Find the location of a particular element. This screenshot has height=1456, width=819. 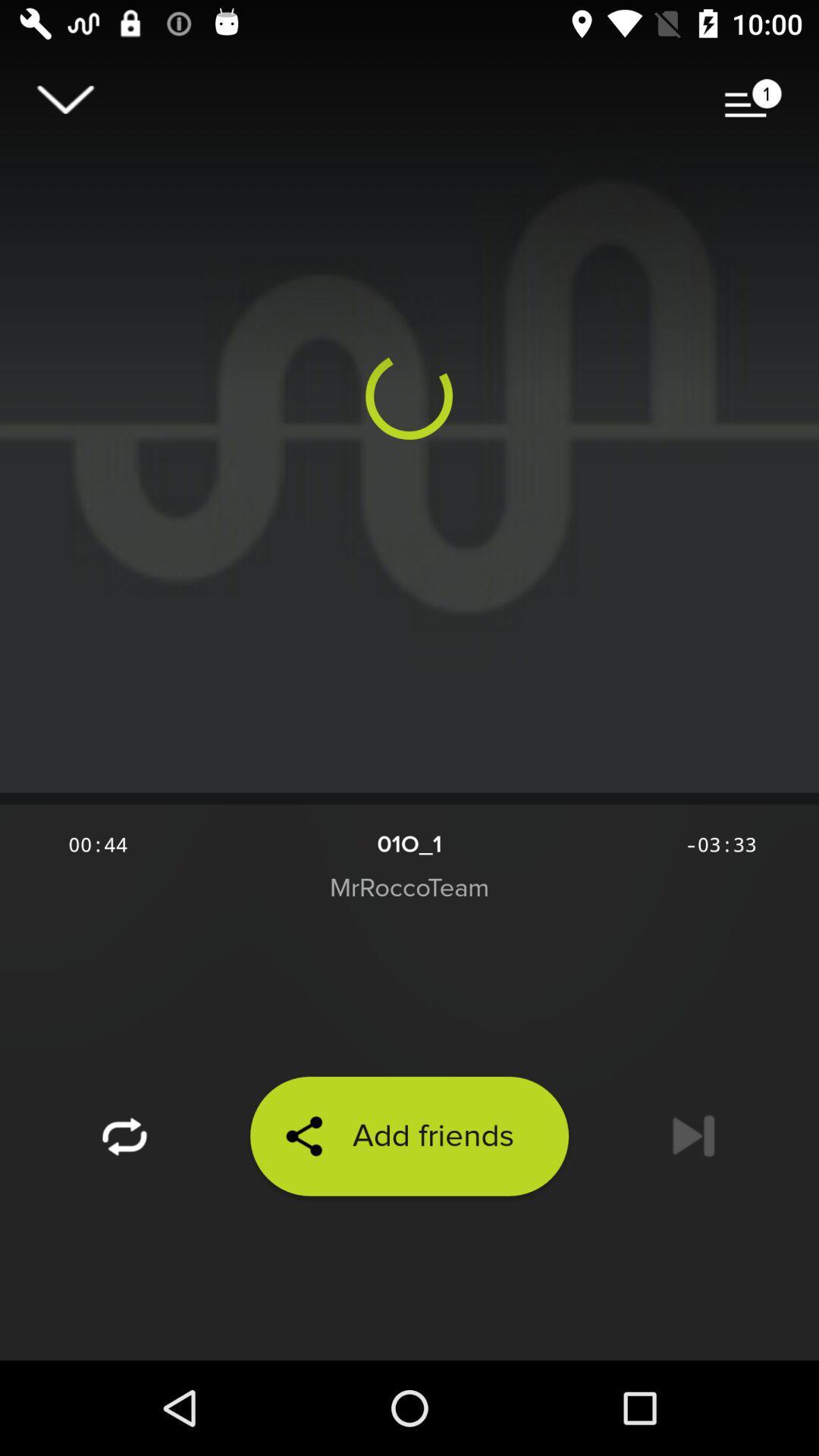

the repeat icon is located at coordinates (124, 1136).